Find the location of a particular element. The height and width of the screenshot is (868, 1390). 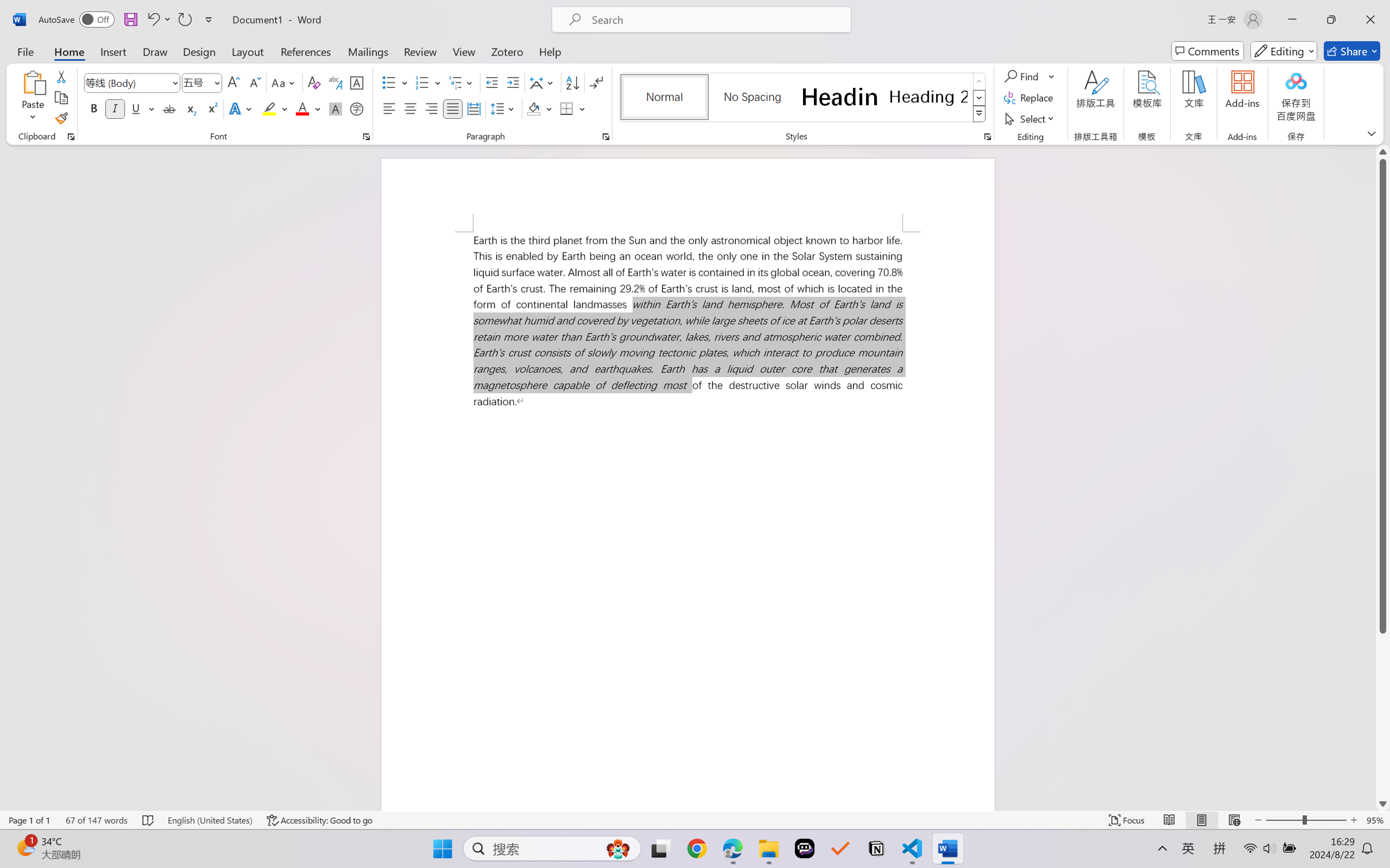

'Heading 2' is located at coordinates (928, 96).